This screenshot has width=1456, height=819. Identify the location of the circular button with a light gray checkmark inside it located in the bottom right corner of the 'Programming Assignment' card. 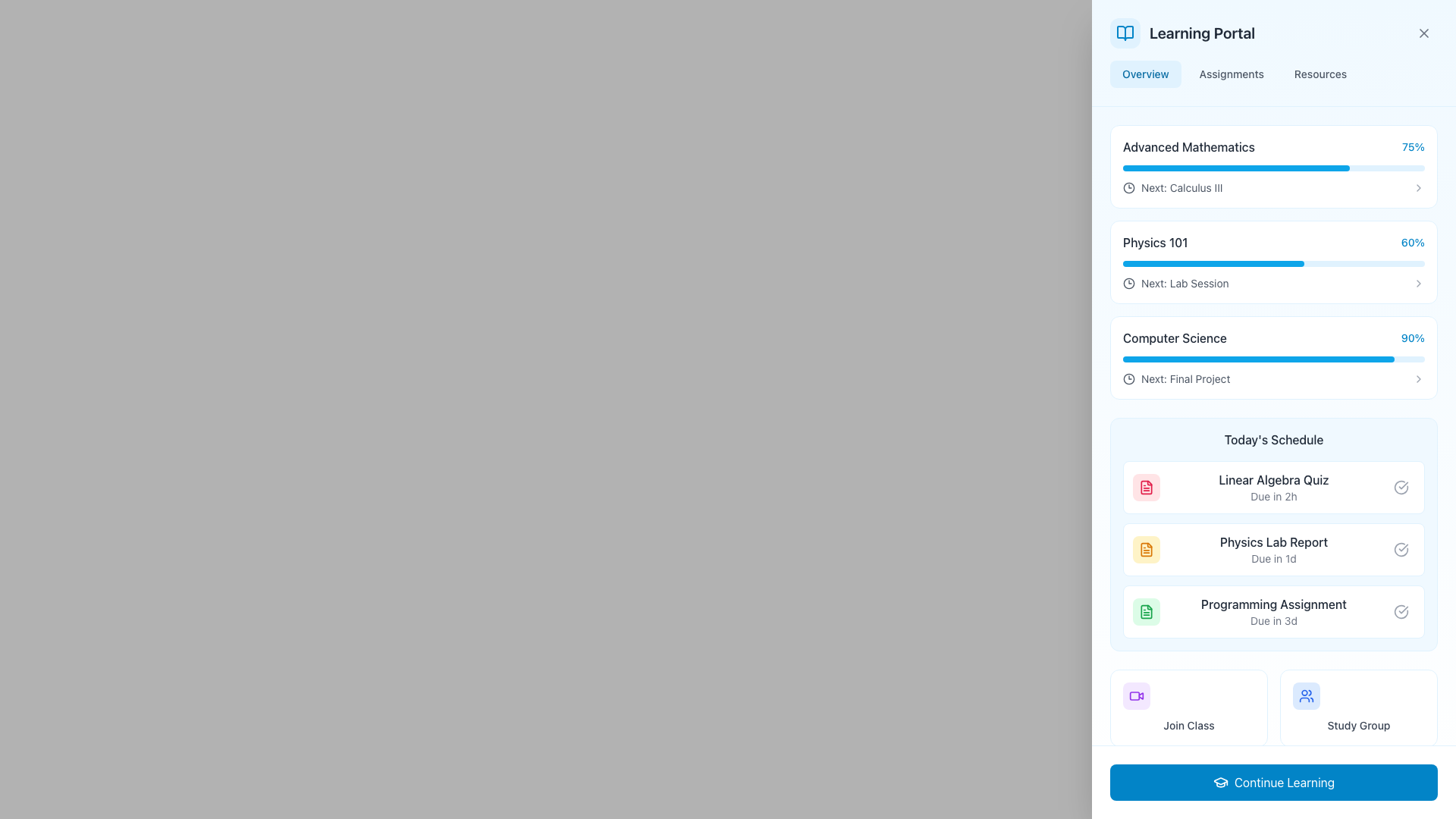
(1401, 610).